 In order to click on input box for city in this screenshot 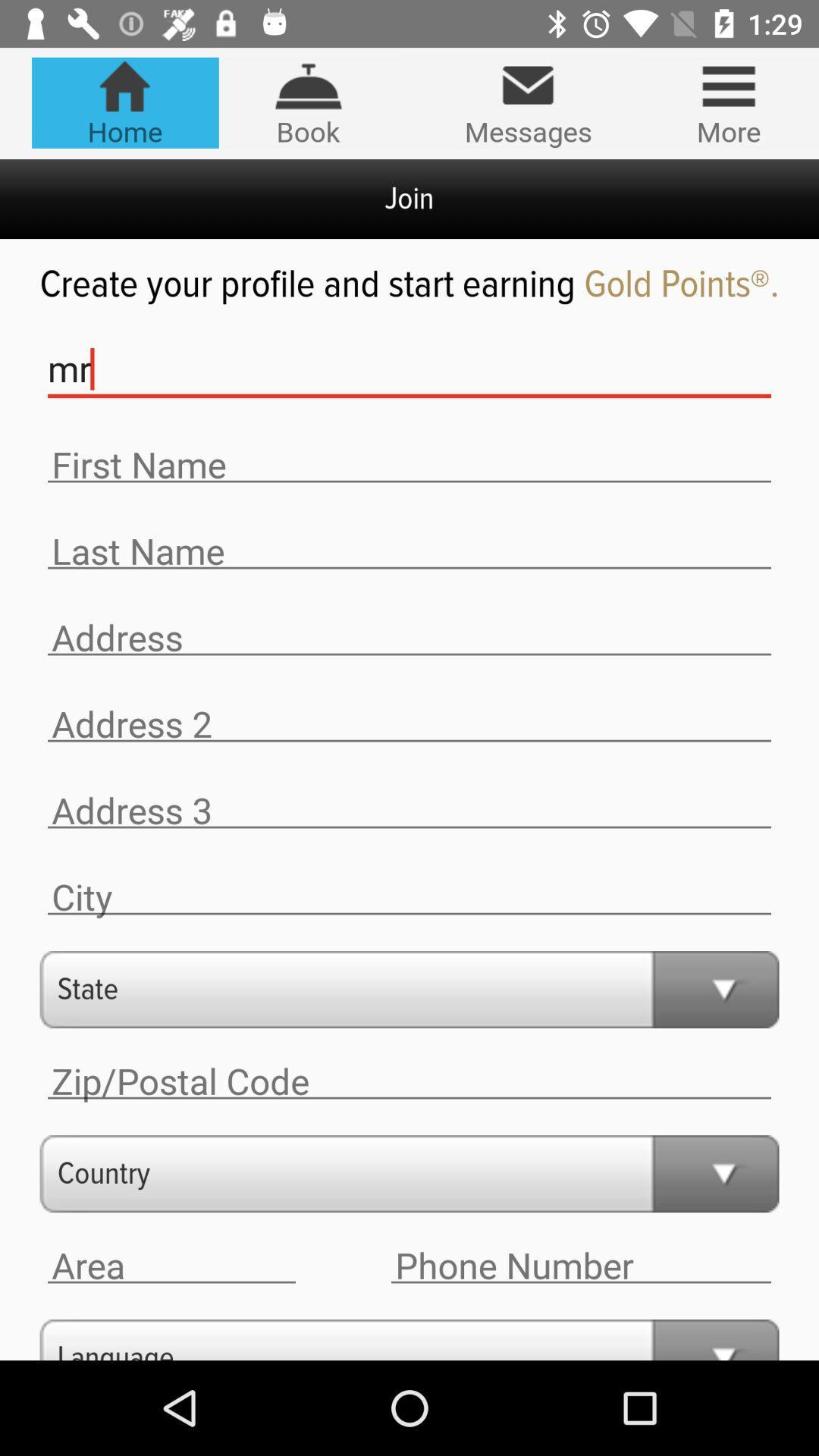, I will do `click(409, 897)`.